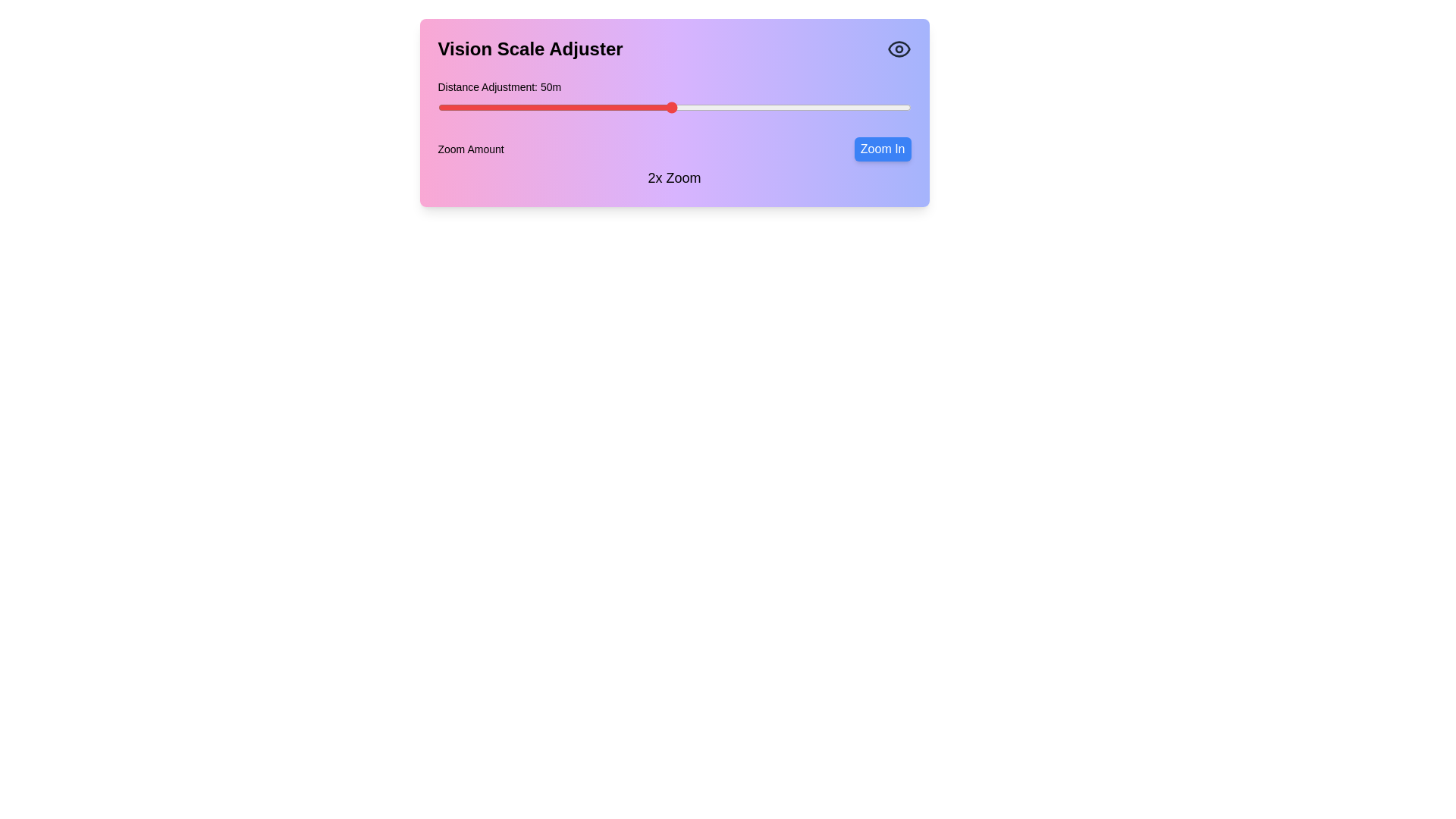  Describe the element at coordinates (673, 99) in the screenshot. I see `the range slider located beneath the label 'Distance Adjustment: 50m' in the 'Vision Scale Adjuster' component` at that location.